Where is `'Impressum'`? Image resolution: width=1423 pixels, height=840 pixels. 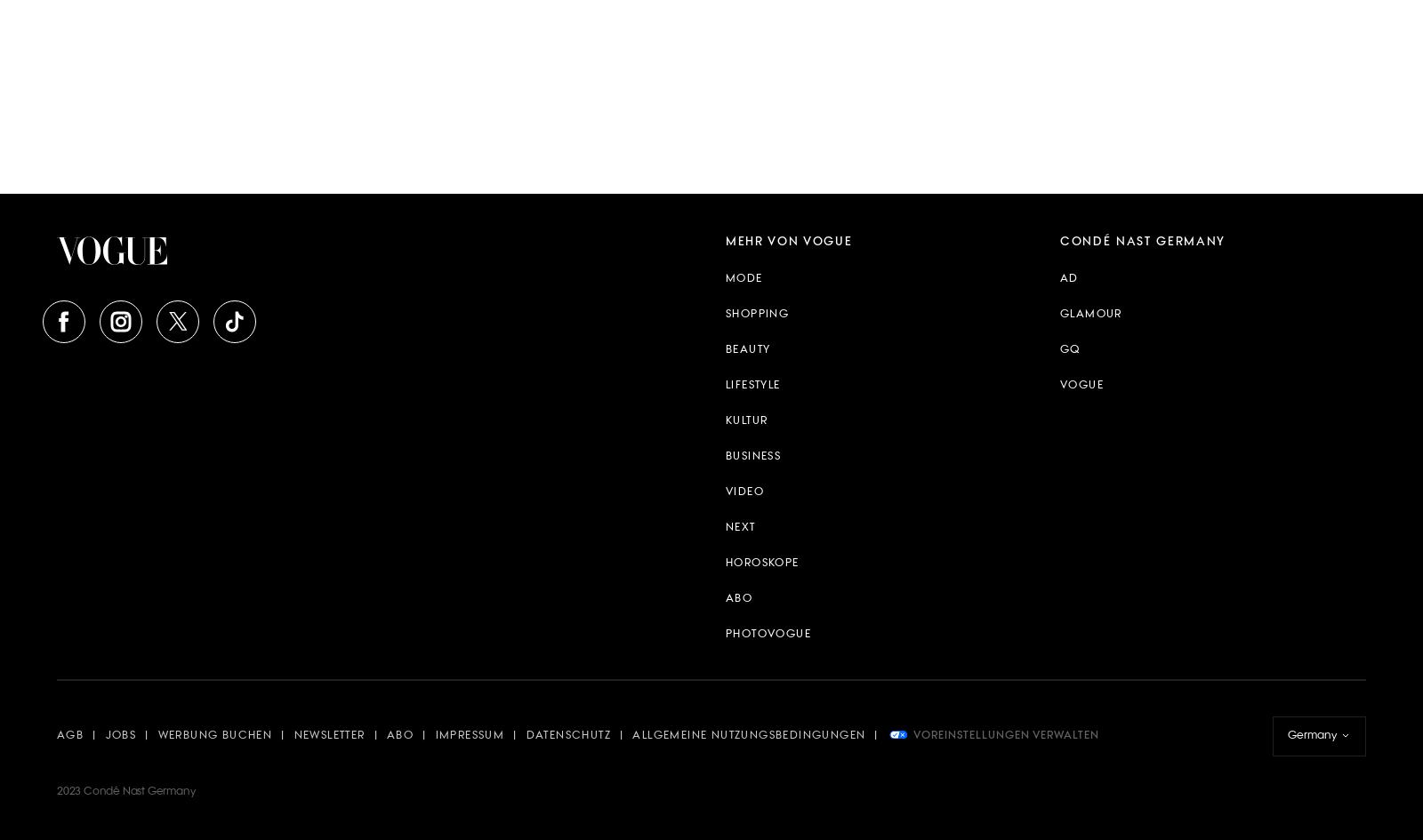 'Impressum' is located at coordinates (469, 736).